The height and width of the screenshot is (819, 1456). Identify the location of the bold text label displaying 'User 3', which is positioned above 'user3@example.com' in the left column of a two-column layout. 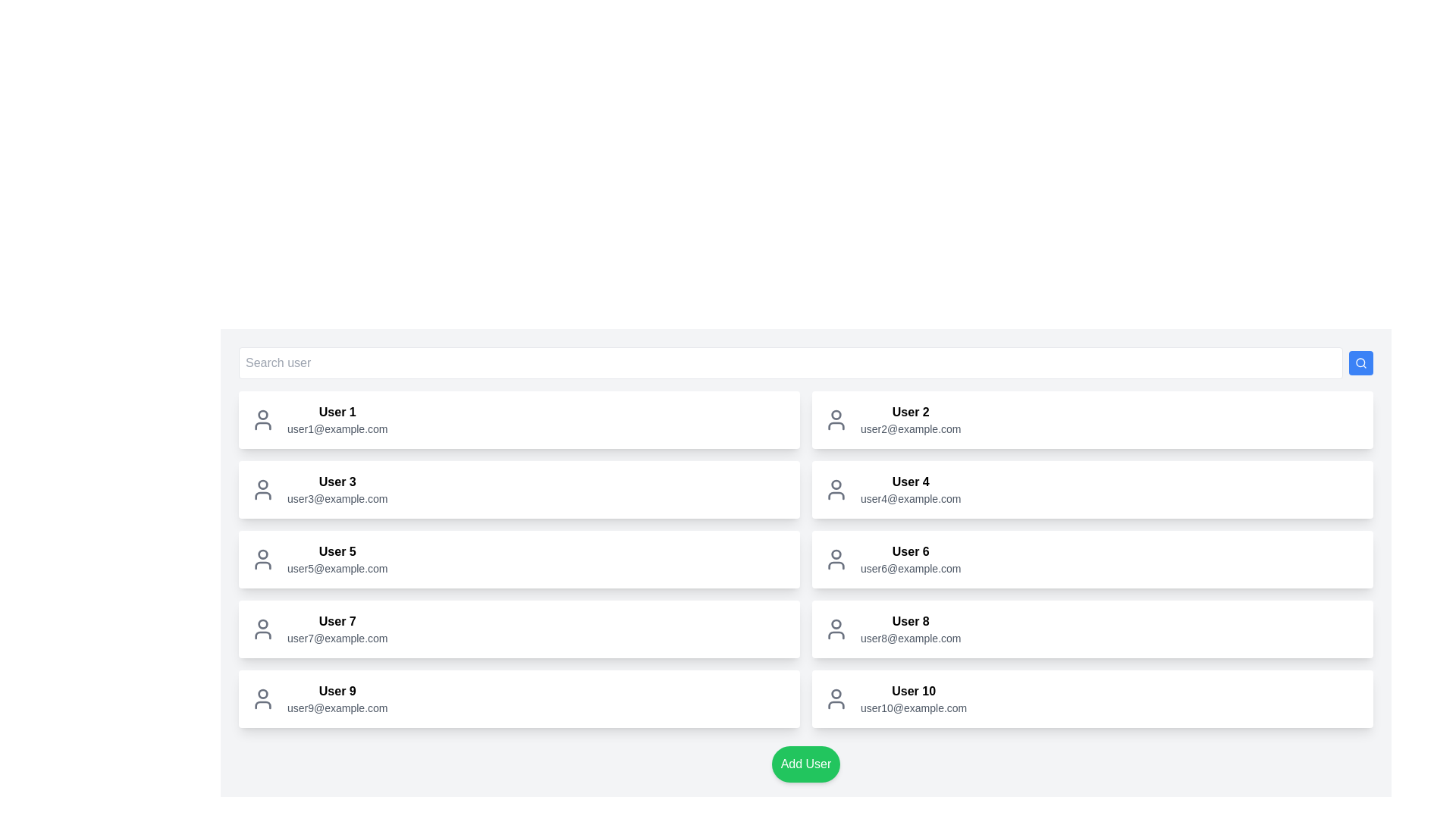
(337, 482).